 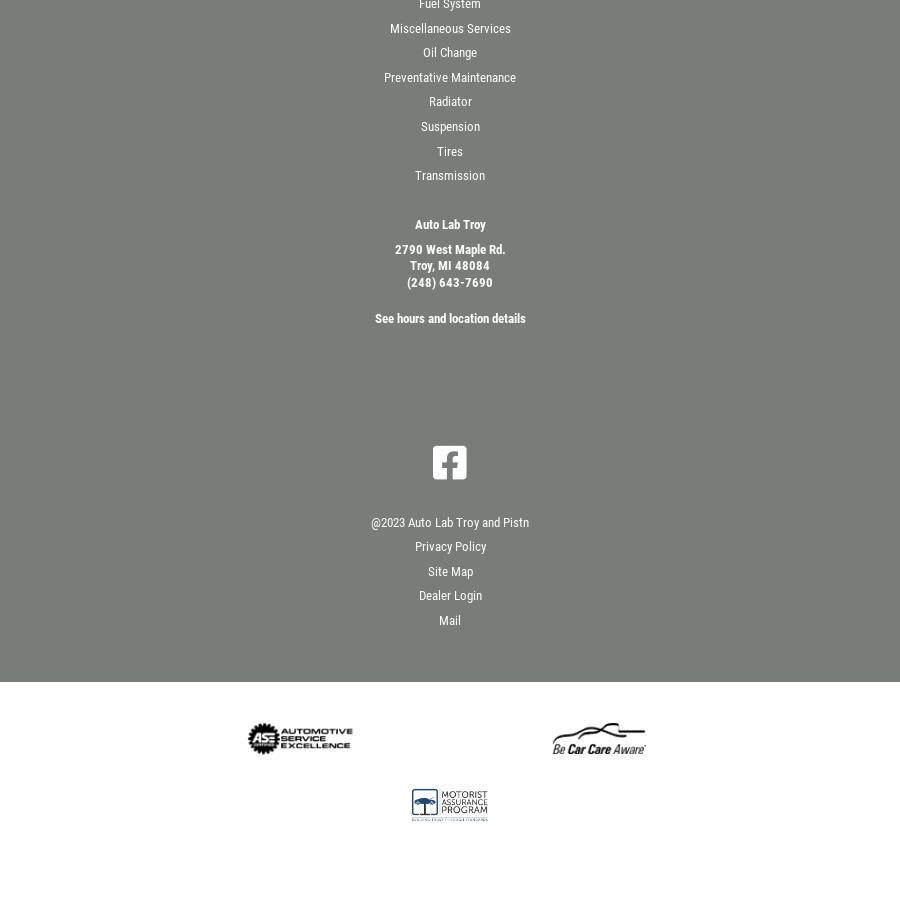 I want to click on 'Site Map', so click(x=449, y=569).